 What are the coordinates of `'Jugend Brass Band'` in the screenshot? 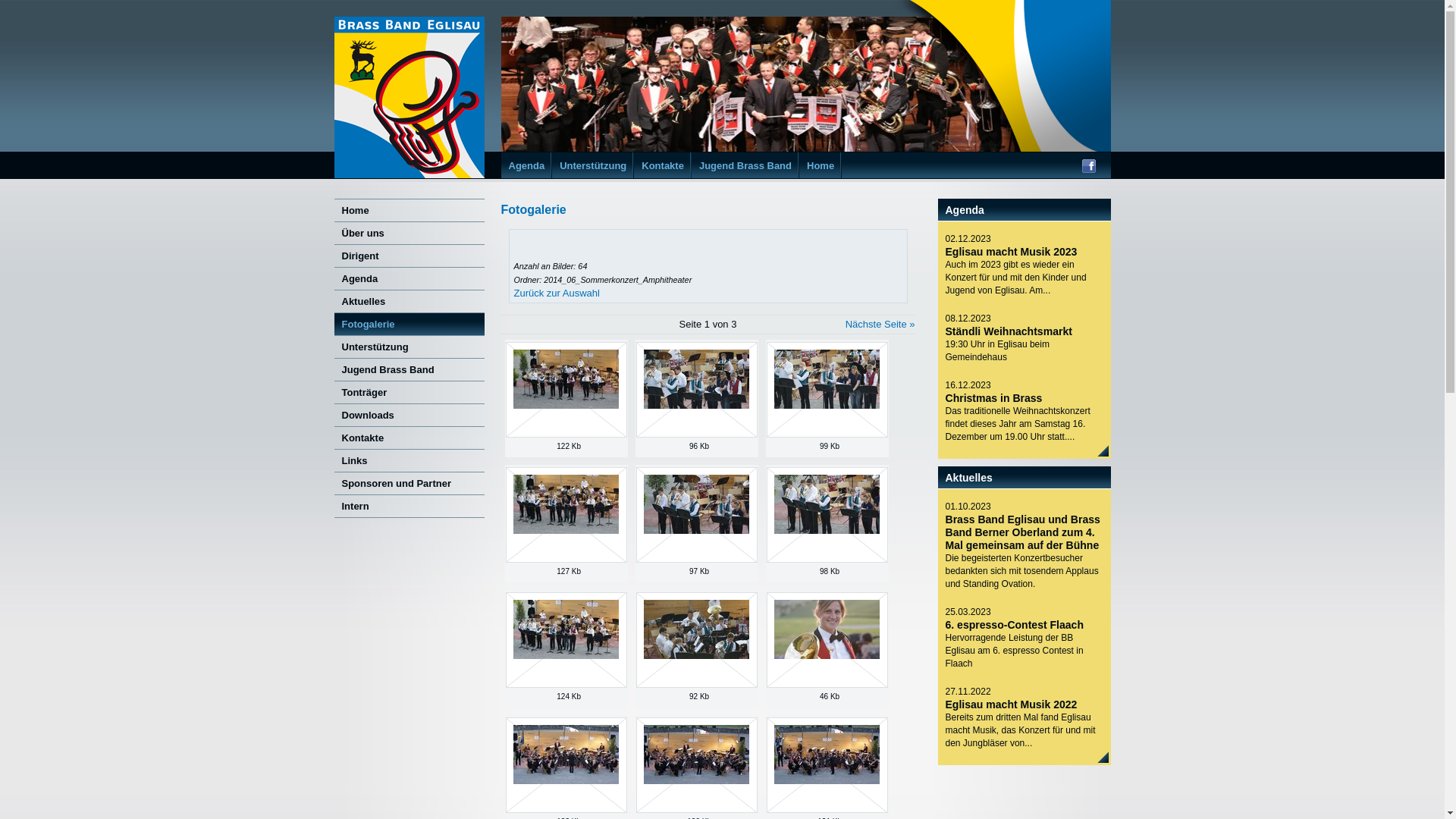 It's located at (698, 165).